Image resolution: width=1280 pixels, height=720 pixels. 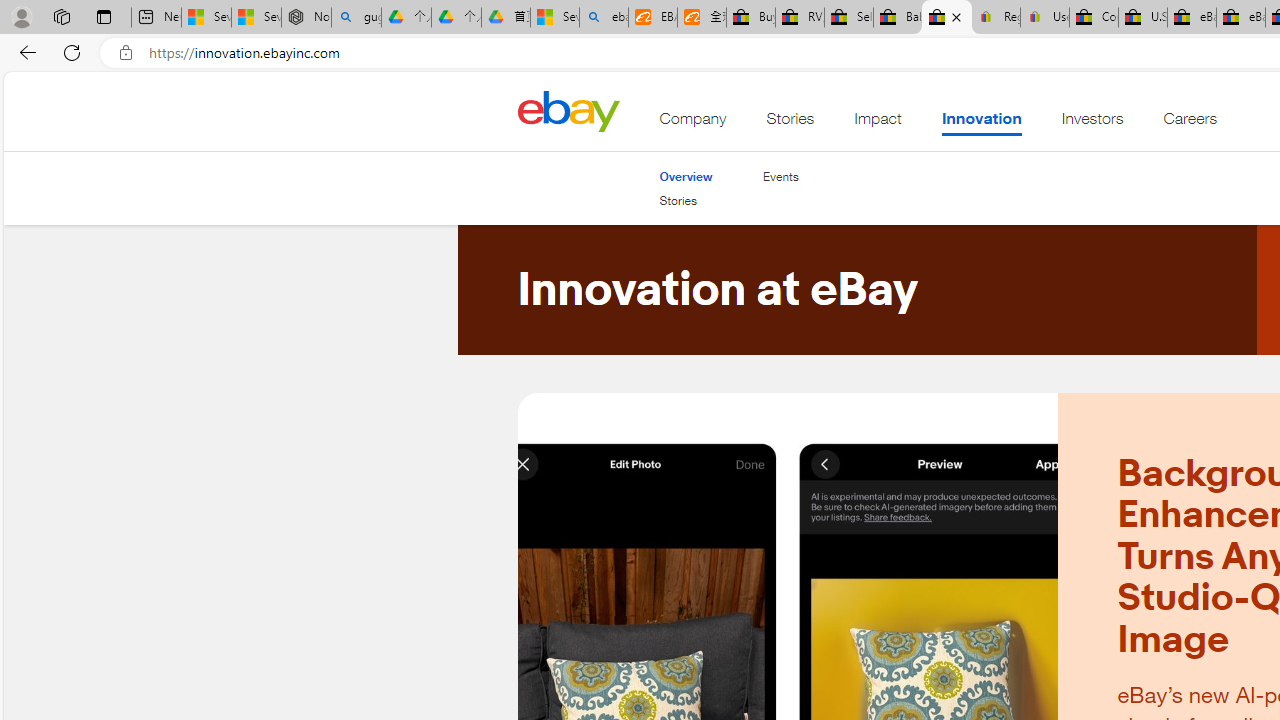 What do you see at coordinates (981, 123) in the screenshot?
I see `'Innovation'` at bounding box center [981, 123].